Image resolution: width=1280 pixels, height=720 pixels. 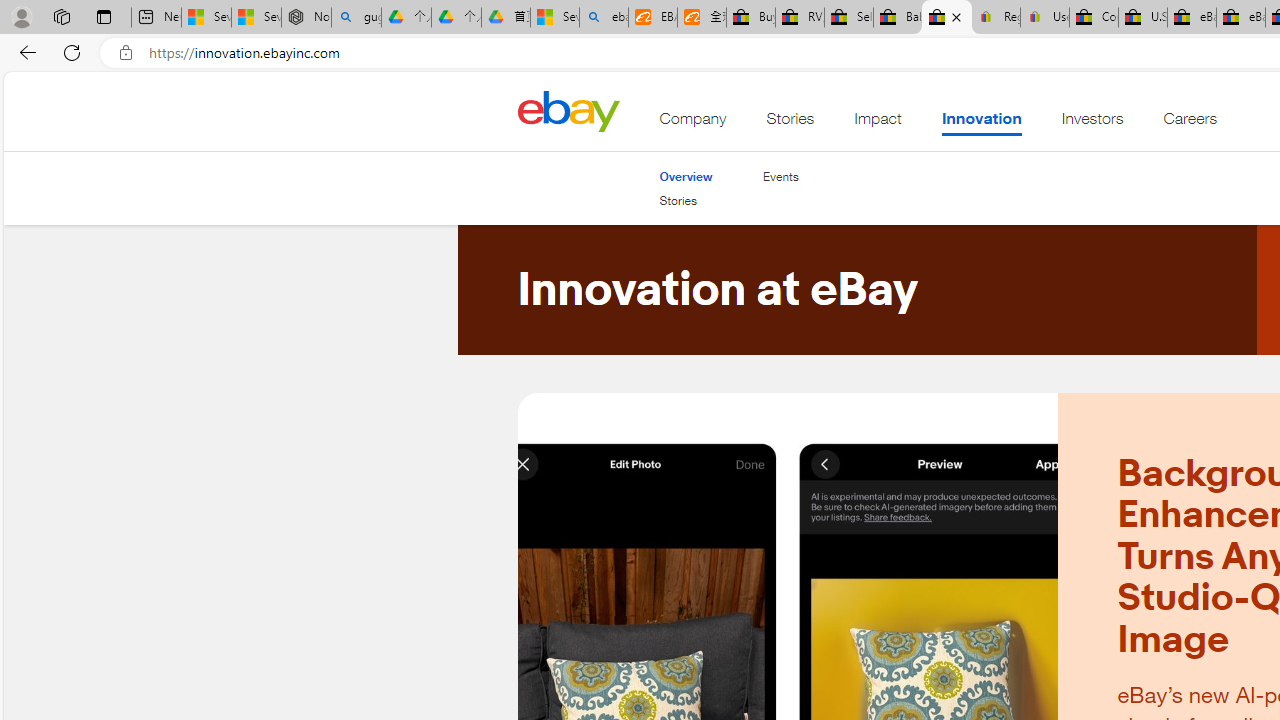 What do you see at coordinates (981, 123) in the screenshot?
I see `'Innovation'` at bounding box center [981, 123].